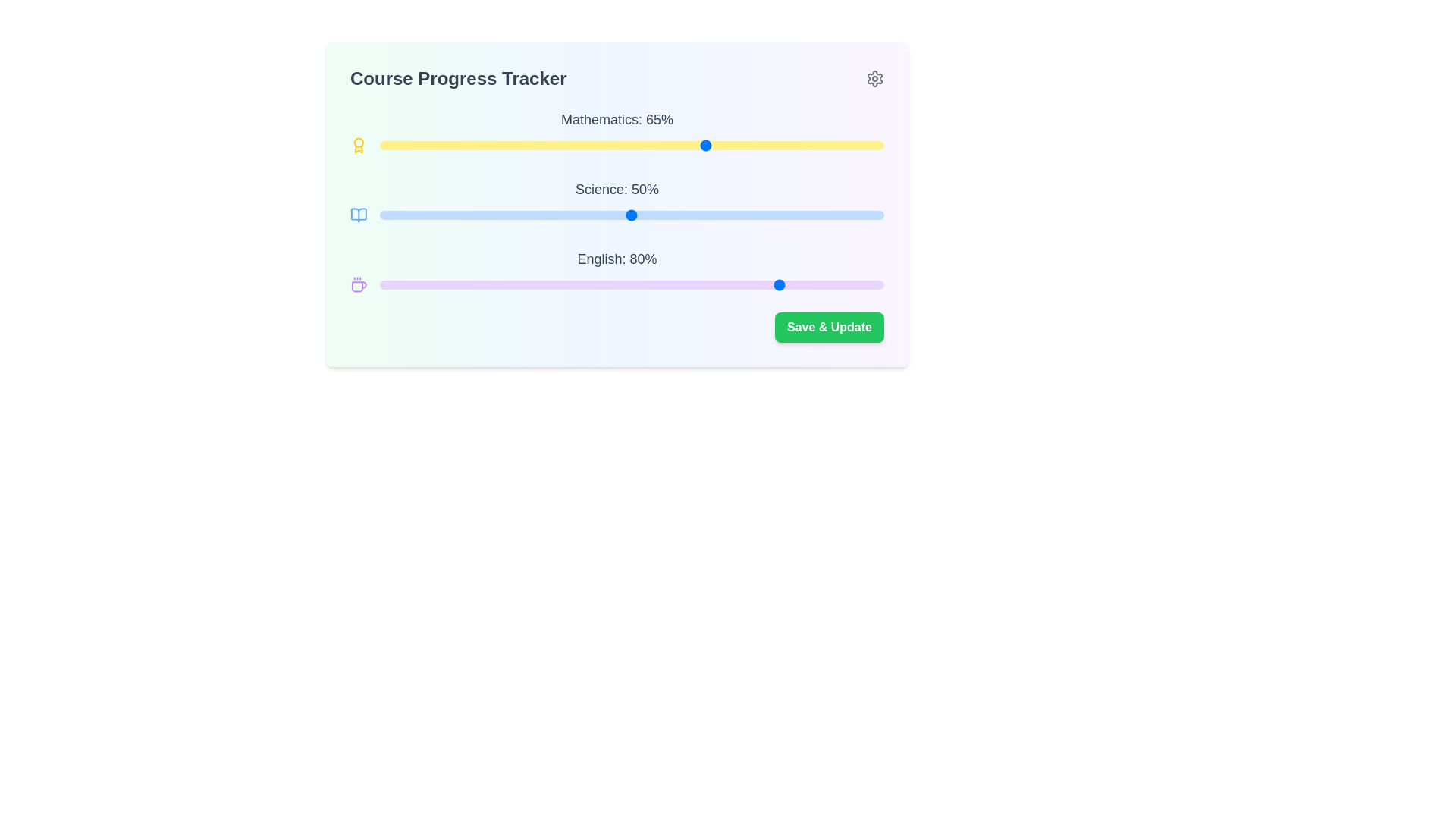 This screenshot has width=1456, height=819. Describe the element at coordinates (651, 146) in the screenshot. I see `the mathematics progress` at that location.